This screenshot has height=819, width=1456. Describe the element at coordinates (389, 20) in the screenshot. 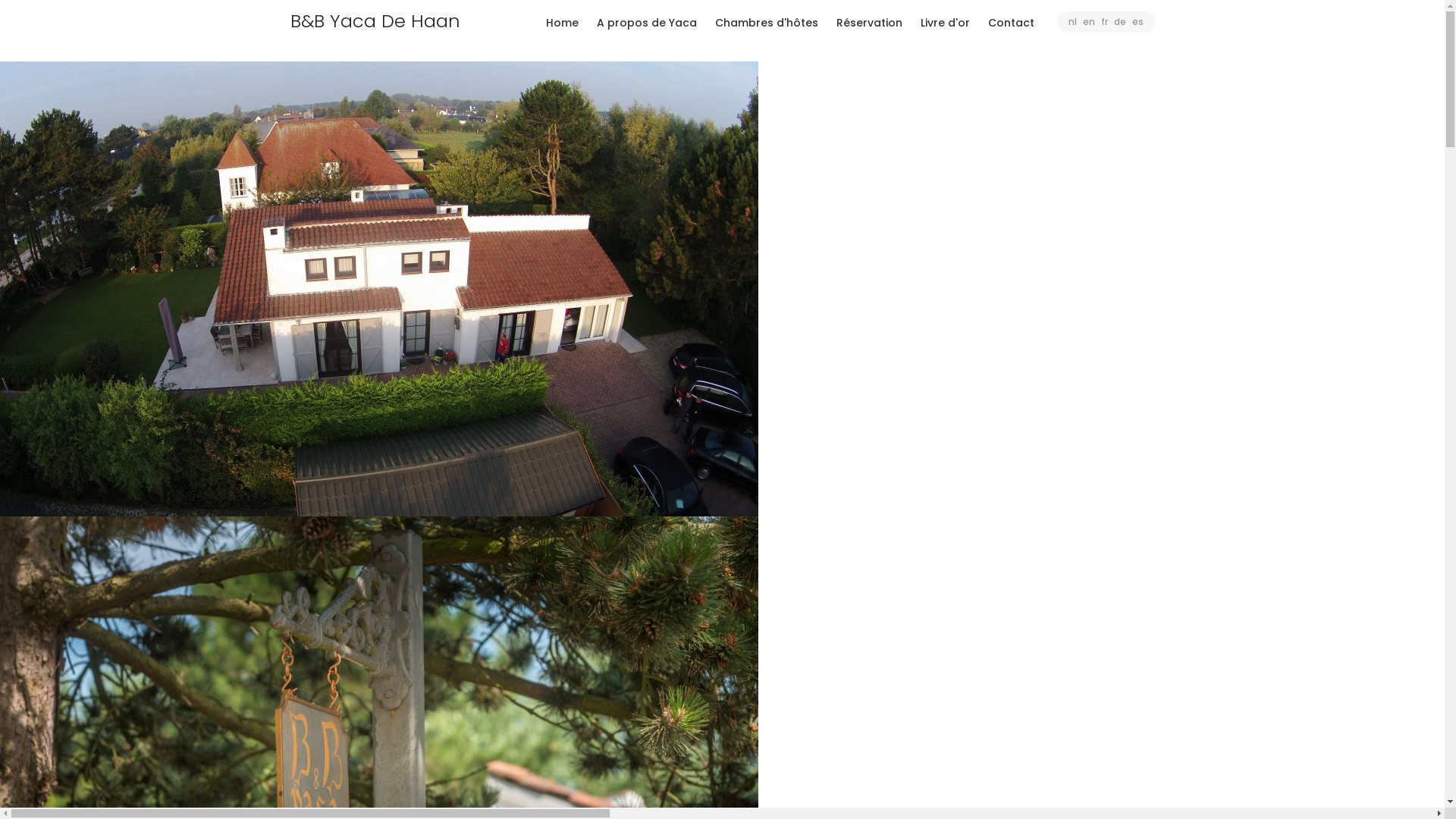

I see `'B&B Yaca De Haan'` at that location.